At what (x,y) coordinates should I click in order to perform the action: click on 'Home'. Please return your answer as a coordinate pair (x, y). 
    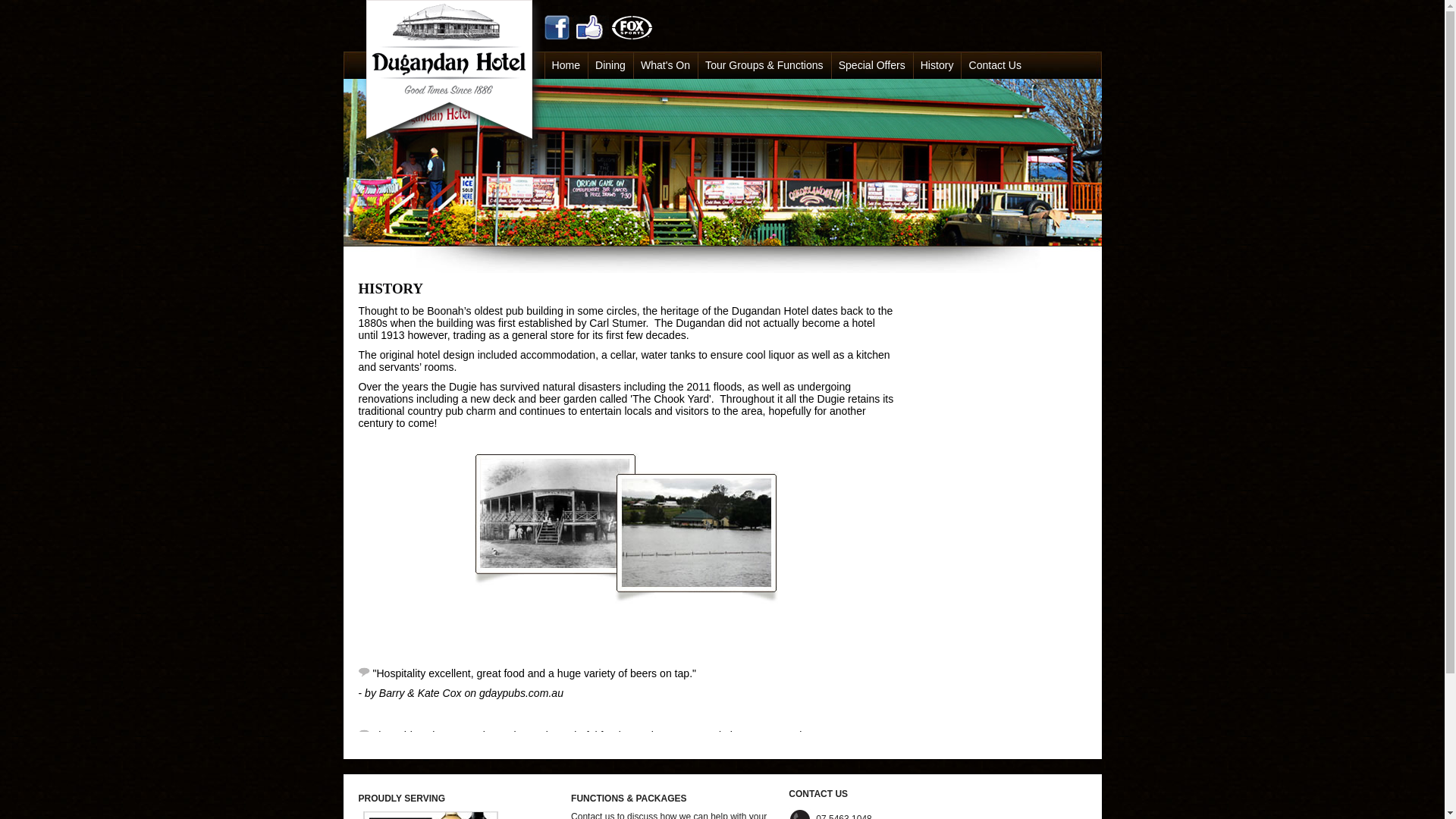
    Looking at the image, I should click on (566, 64).